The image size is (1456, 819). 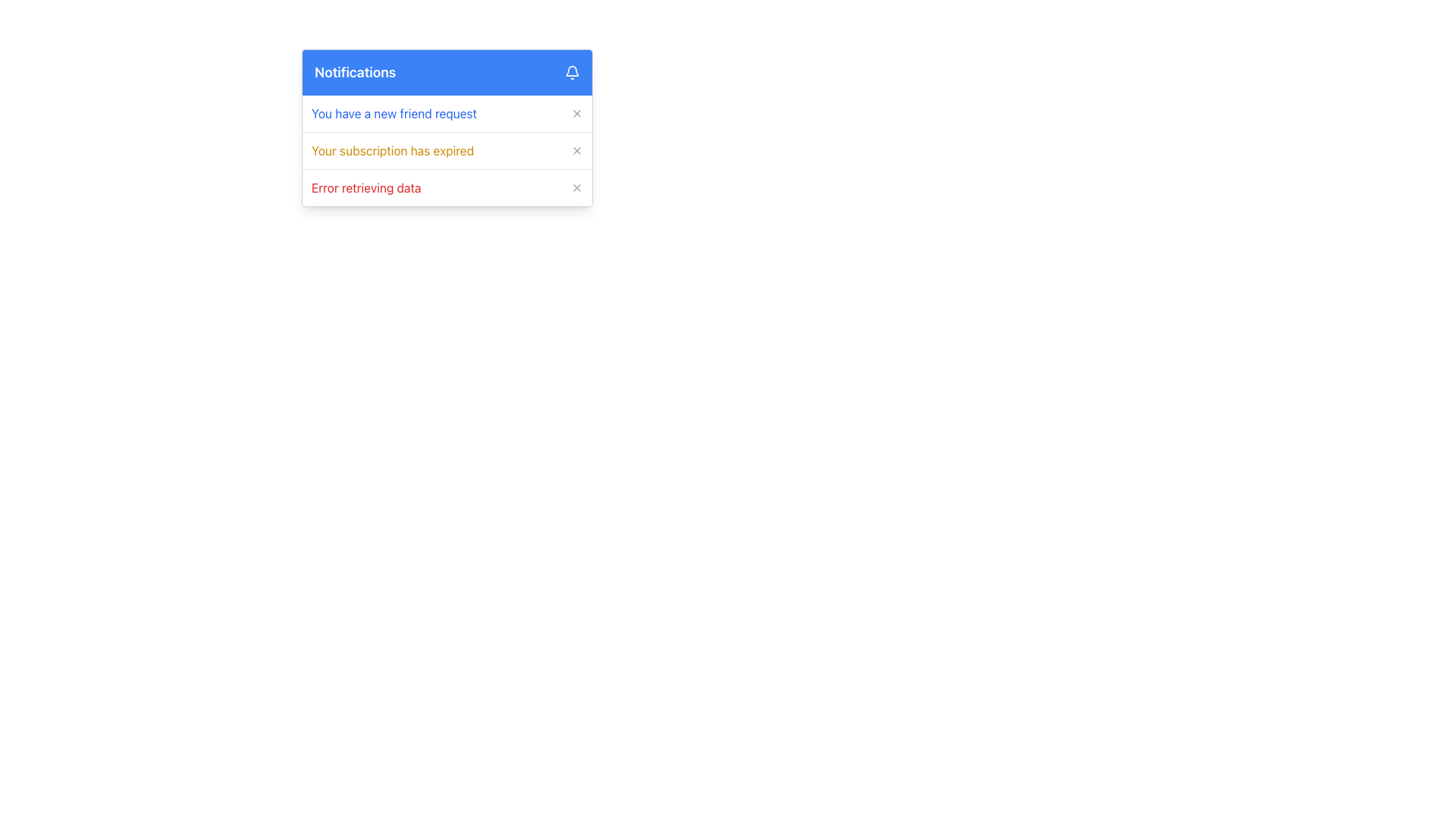 I want to click on the text label that notifies the user of a new friend request, located within the notification card under the heading 'Notifications.', so click(x=394, y=113).